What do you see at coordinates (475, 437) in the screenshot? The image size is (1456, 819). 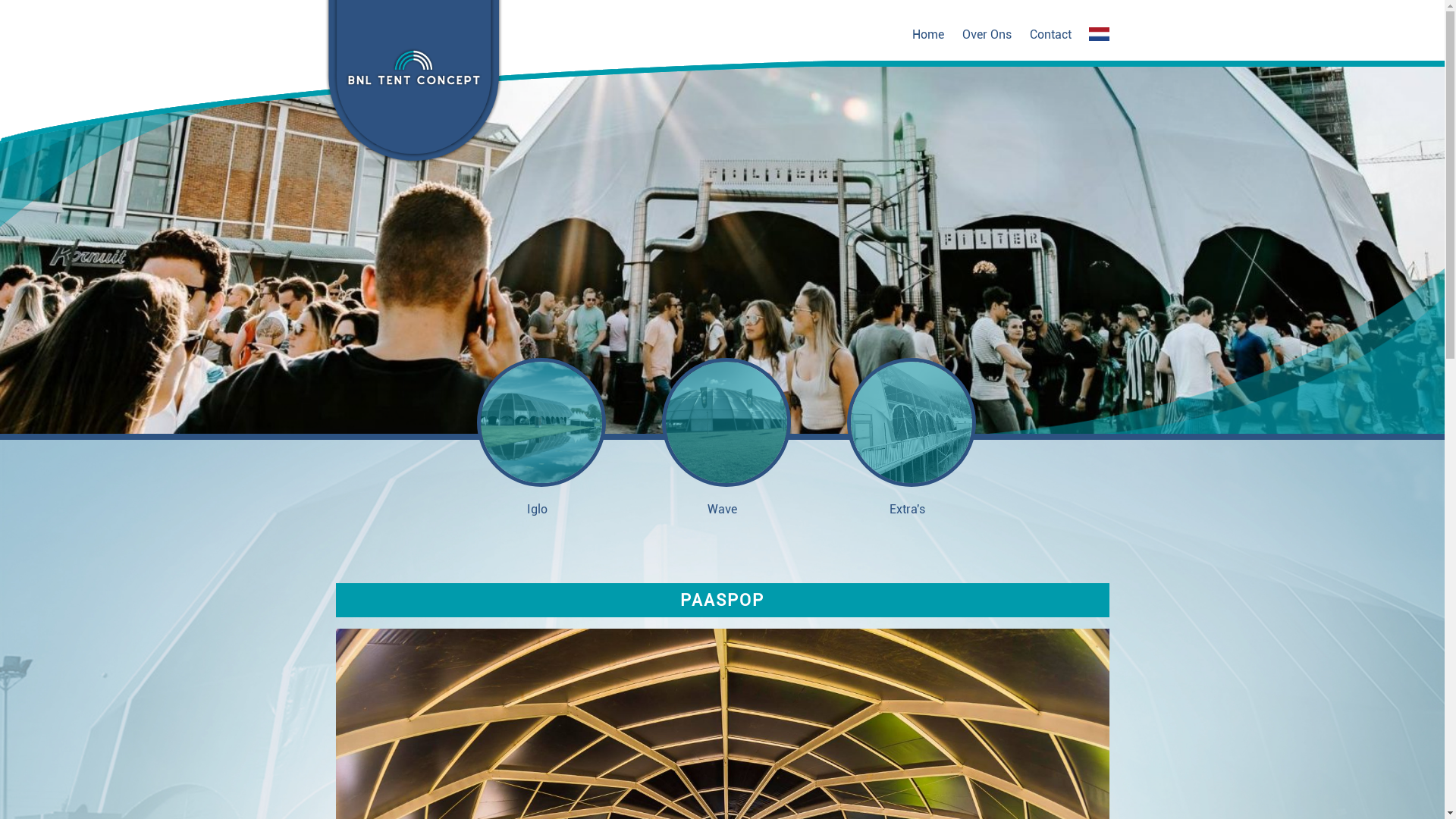 I see `'Iglo'` at bounding box center [475, 437].